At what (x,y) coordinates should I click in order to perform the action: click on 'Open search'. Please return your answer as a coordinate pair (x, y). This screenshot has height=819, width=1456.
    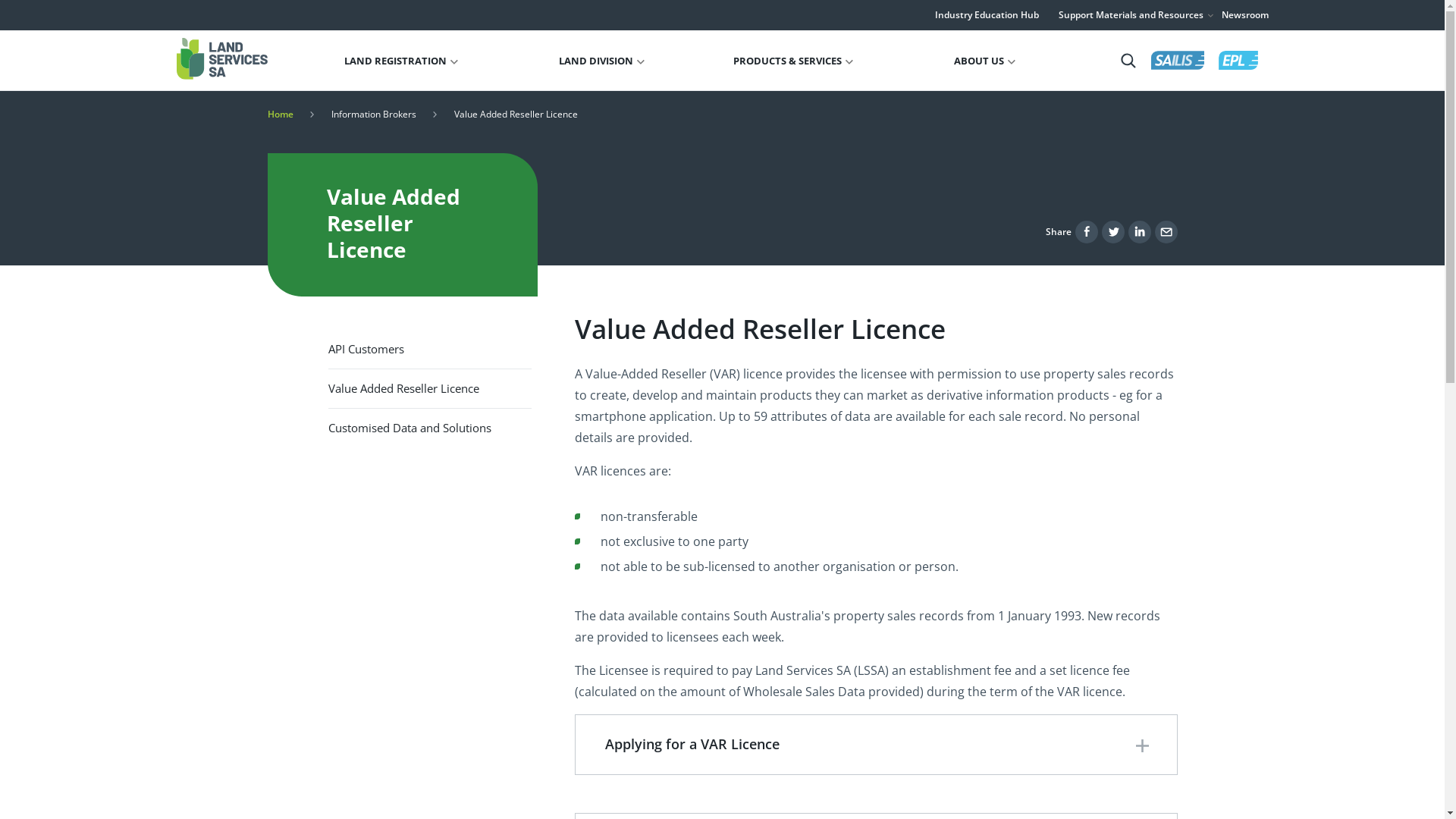
    Looking at the image, I should click on (1128, 59).